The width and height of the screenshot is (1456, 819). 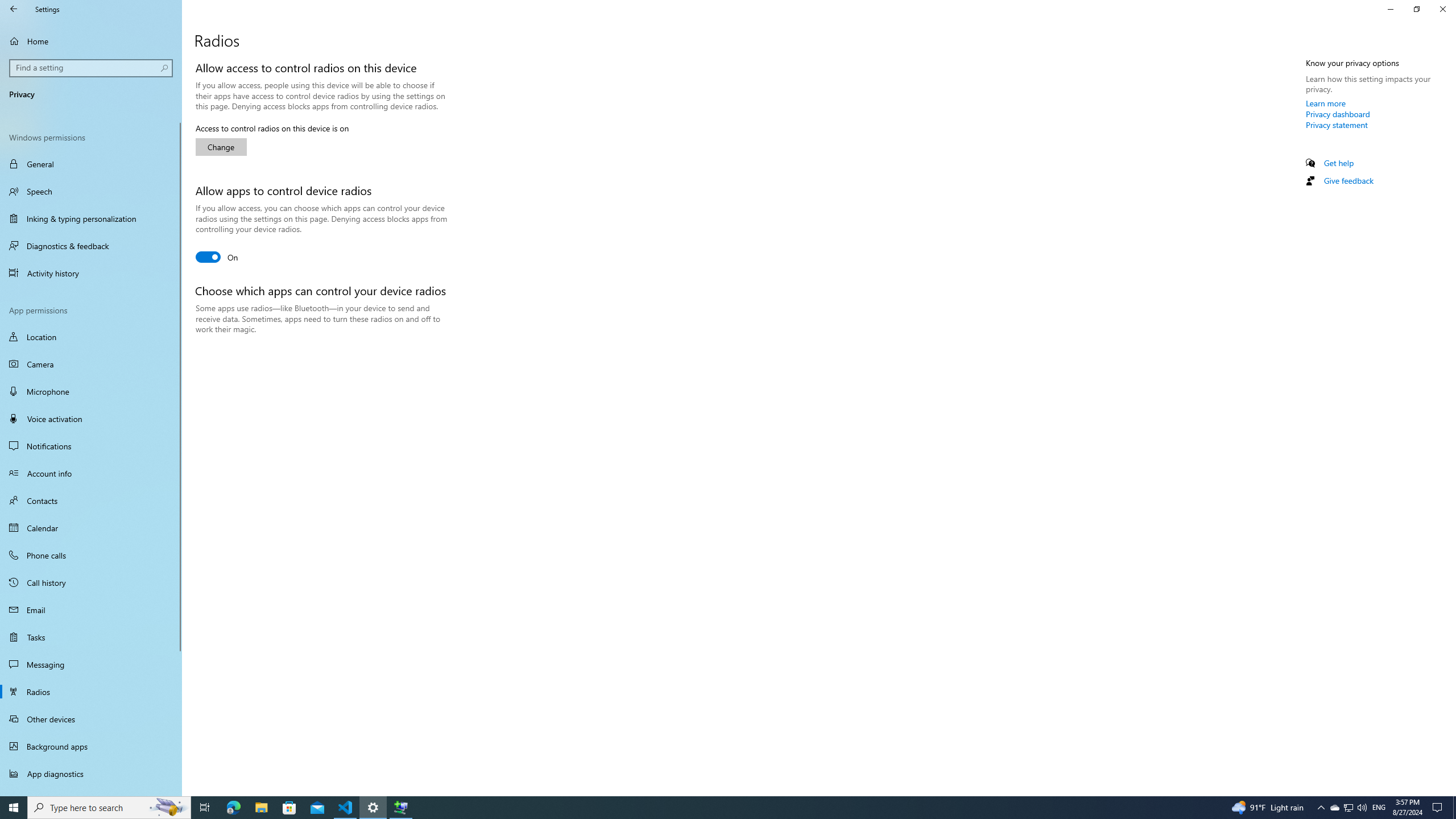 I want to click on 'User Promoted Notification Area', so click(x=1347, y=806).